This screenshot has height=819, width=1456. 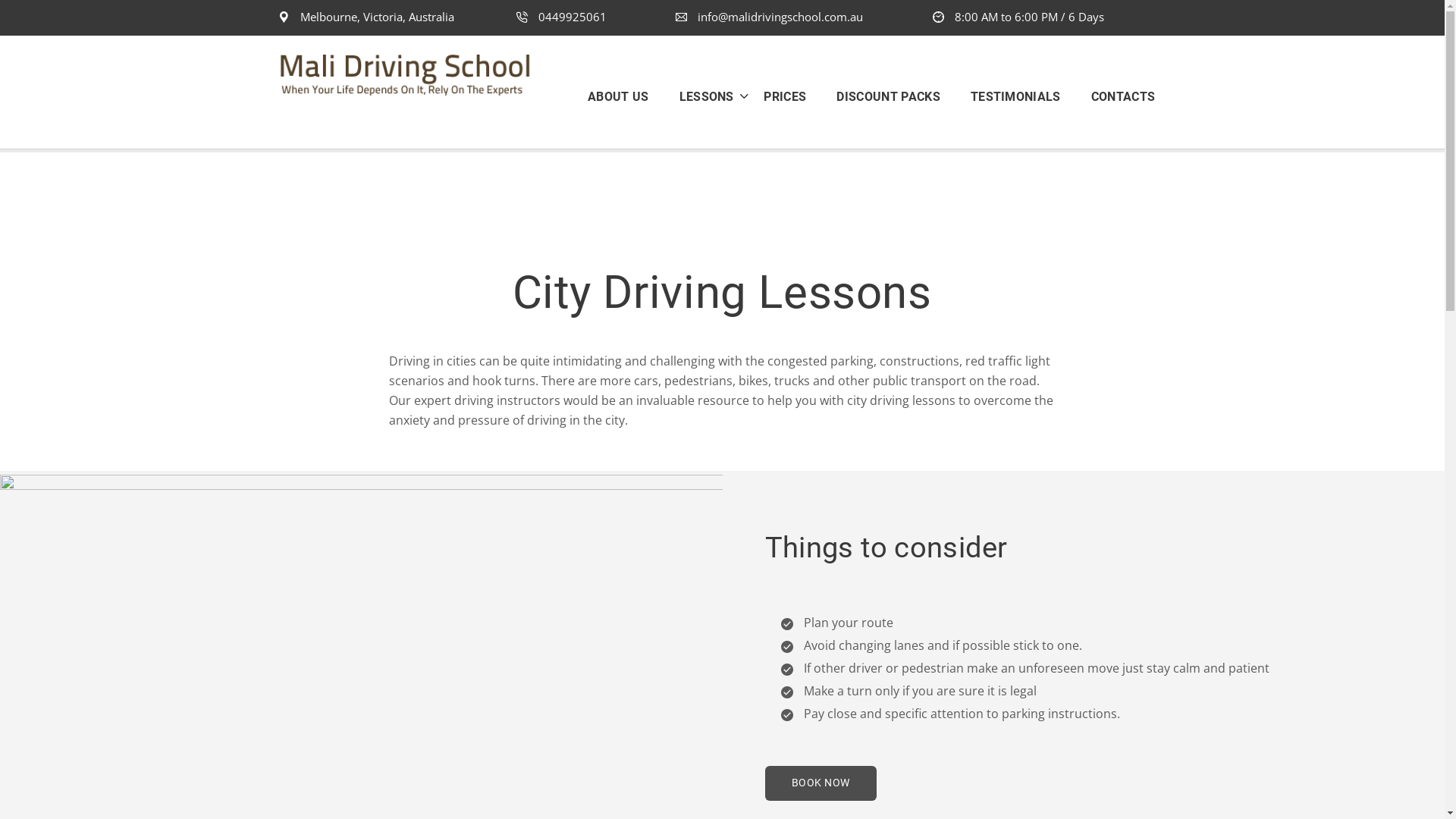 I want to click on 'Melbourne, Victoria, Australia', so click(x=366, y=17).